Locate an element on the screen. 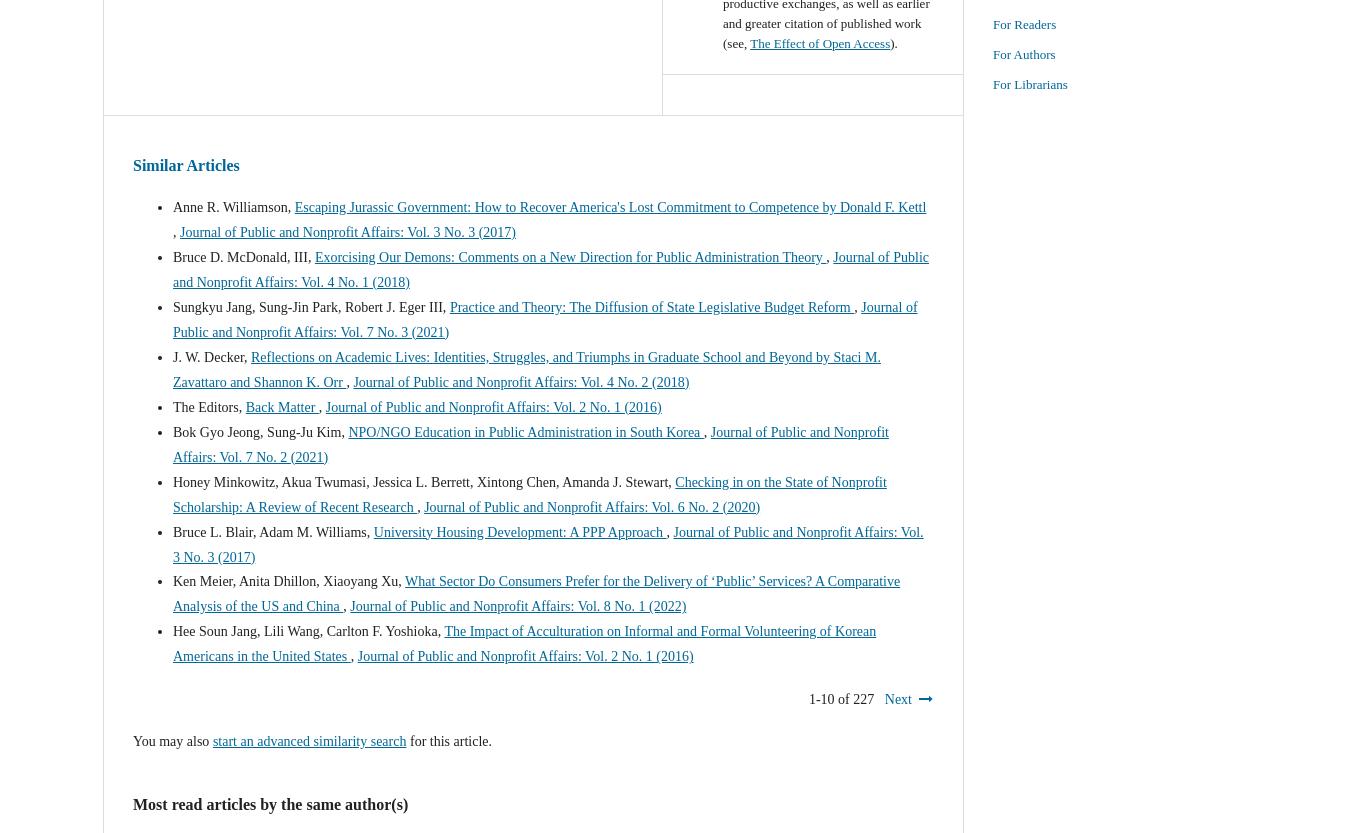 This screenshot has height=833, width=1366. 'Anne R. Williamson,' is located at coordinates (171, 205).